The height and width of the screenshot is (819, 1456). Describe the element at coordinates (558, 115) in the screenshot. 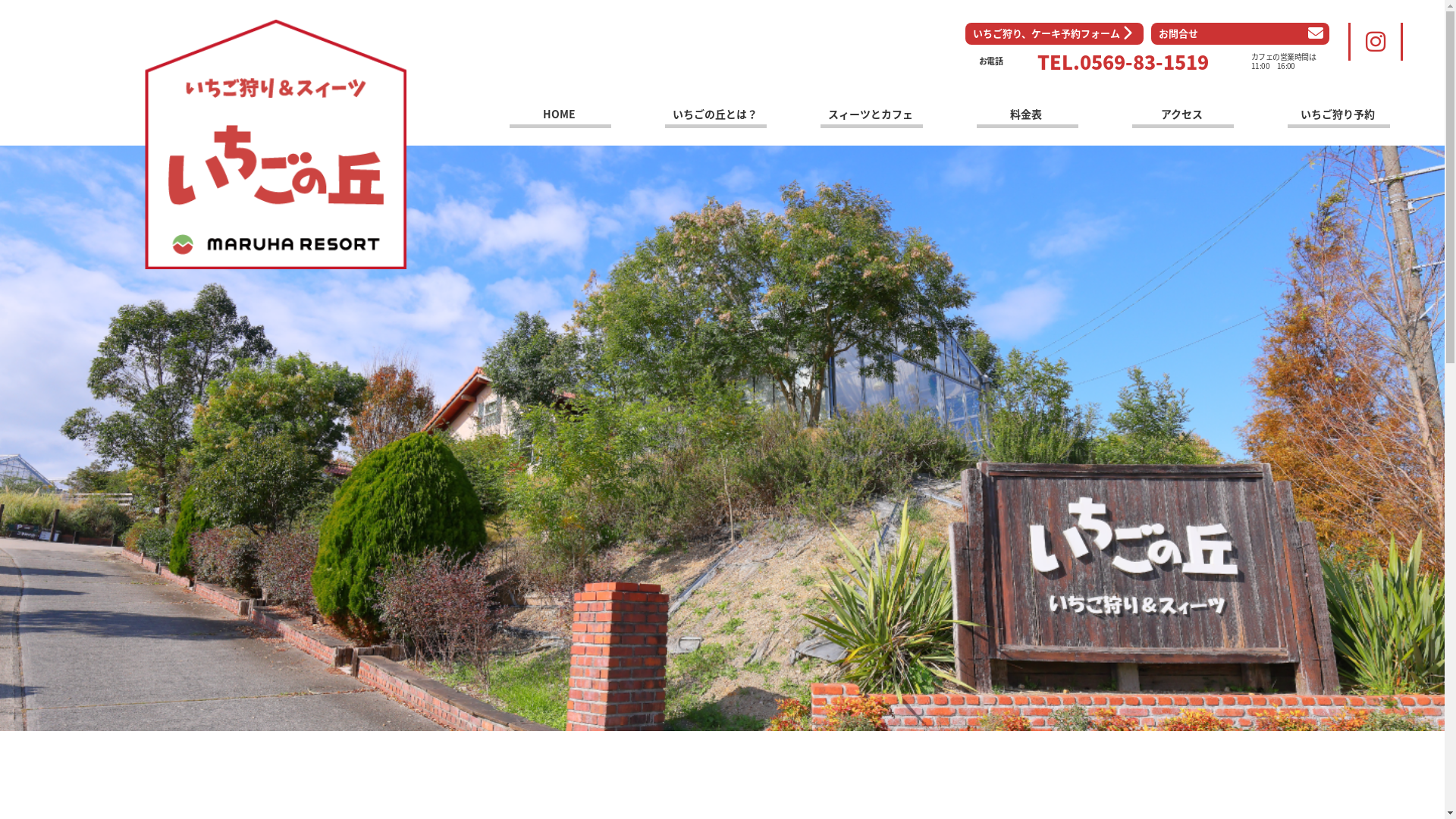

I see `'HOME'` at that location.